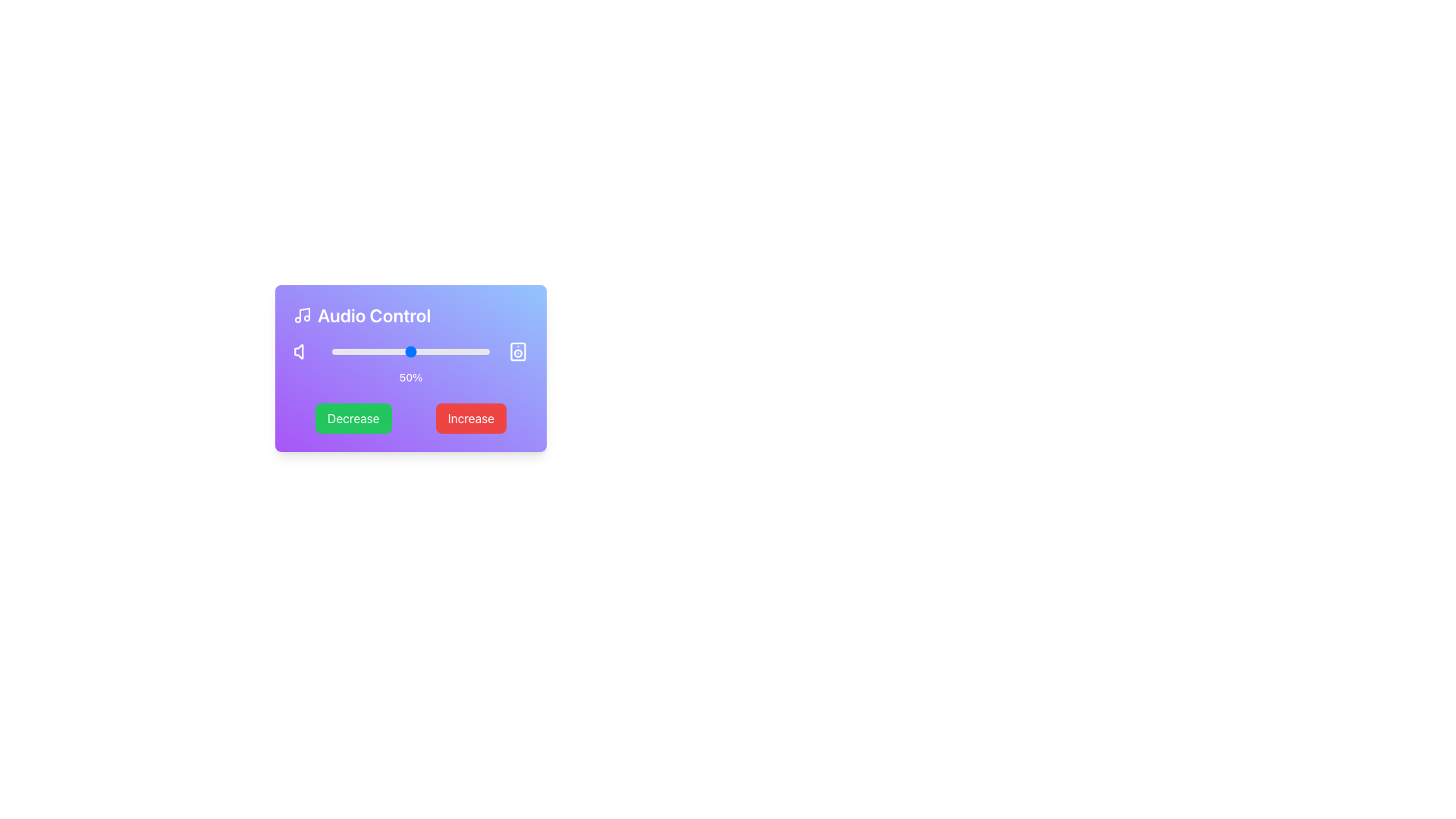 The image size is (1456, 819). I want to click on the slider, so click(484, 351).